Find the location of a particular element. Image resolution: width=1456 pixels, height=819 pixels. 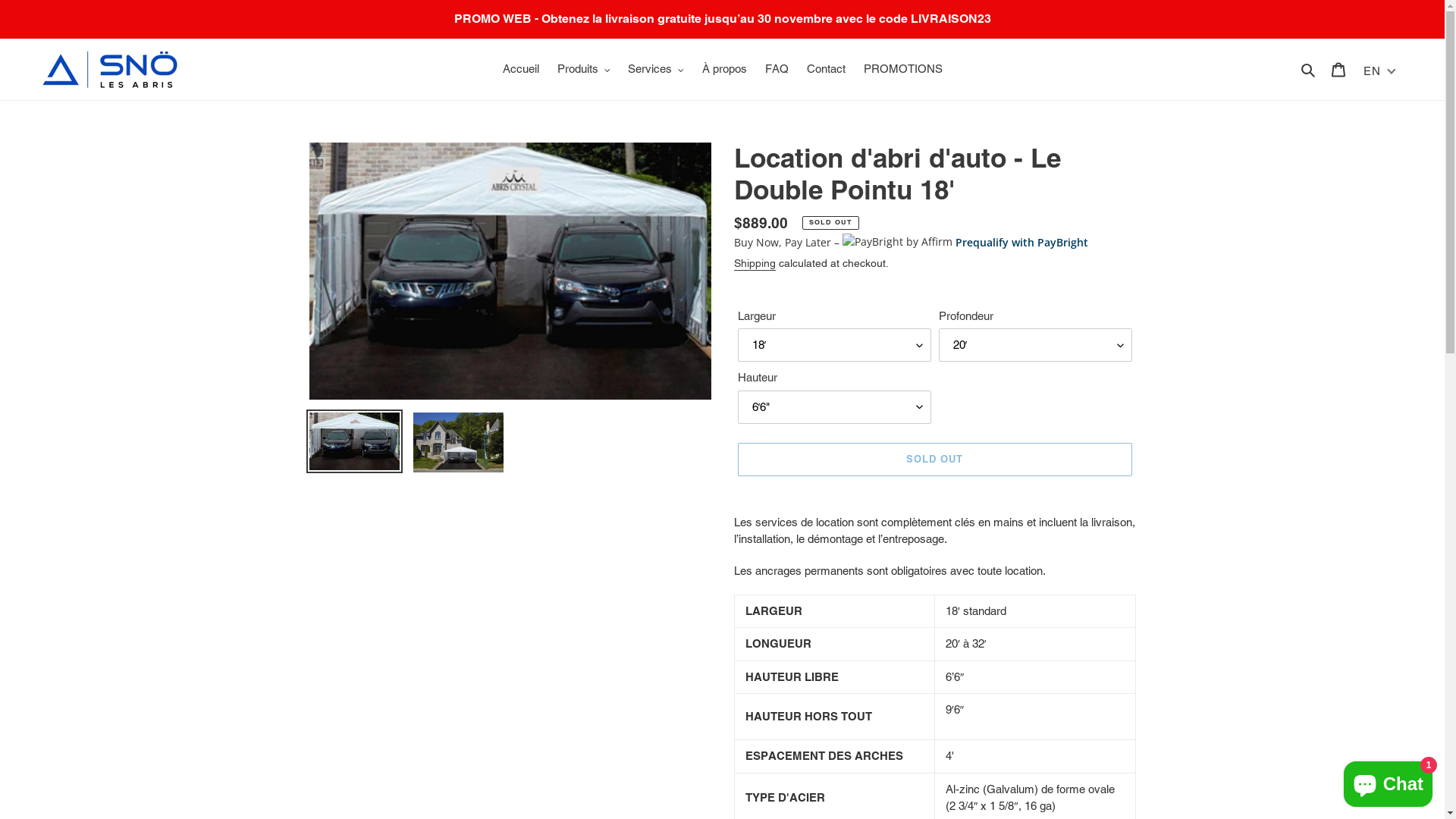

'SOLD OUT' is located at coordinates (736, 458).